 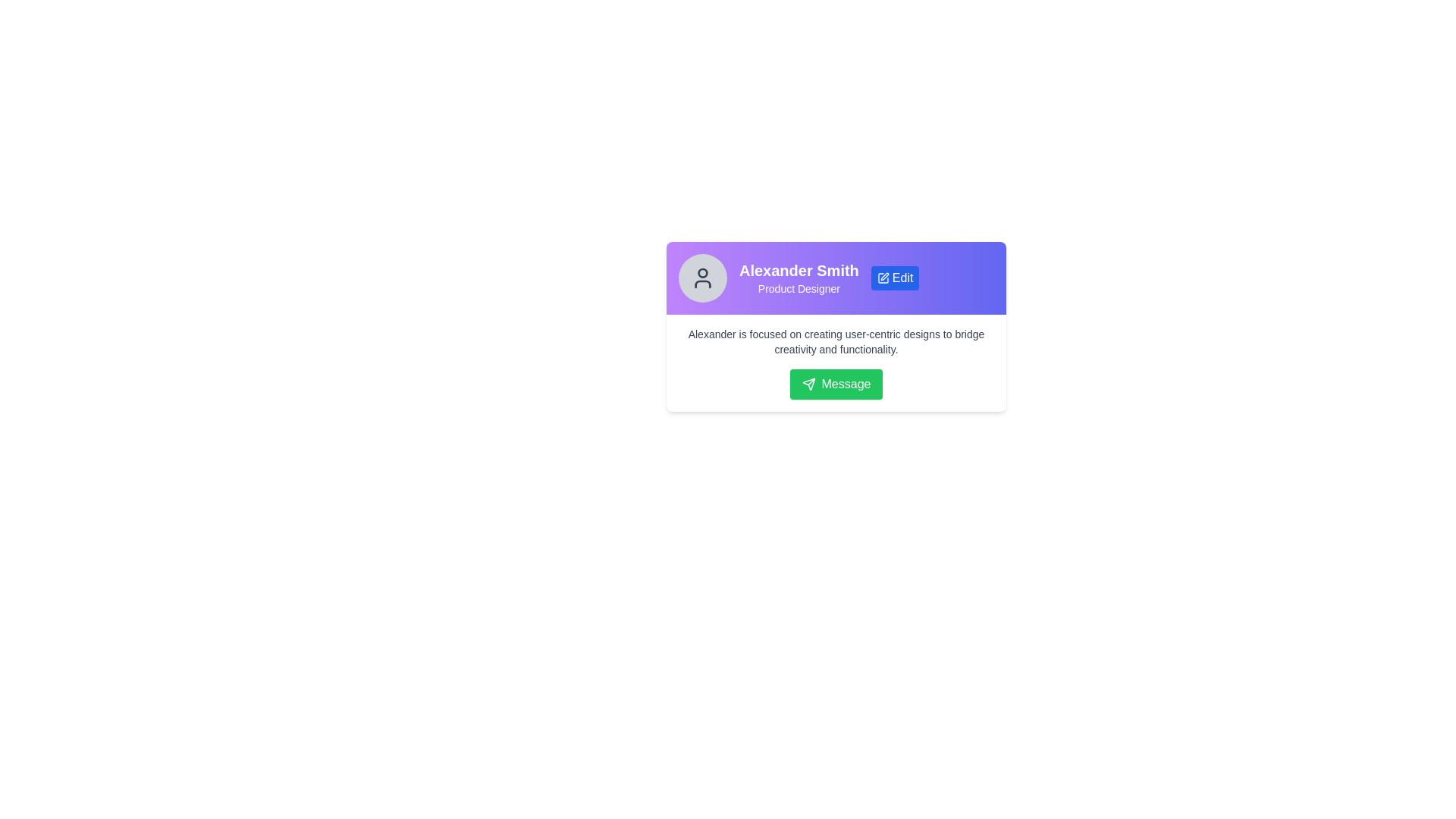 I want to click on the text label displaying information directly below the user's name 'Alexander Smith' and role 'Product Designer' within the styled card, so click(x=836, y=342).